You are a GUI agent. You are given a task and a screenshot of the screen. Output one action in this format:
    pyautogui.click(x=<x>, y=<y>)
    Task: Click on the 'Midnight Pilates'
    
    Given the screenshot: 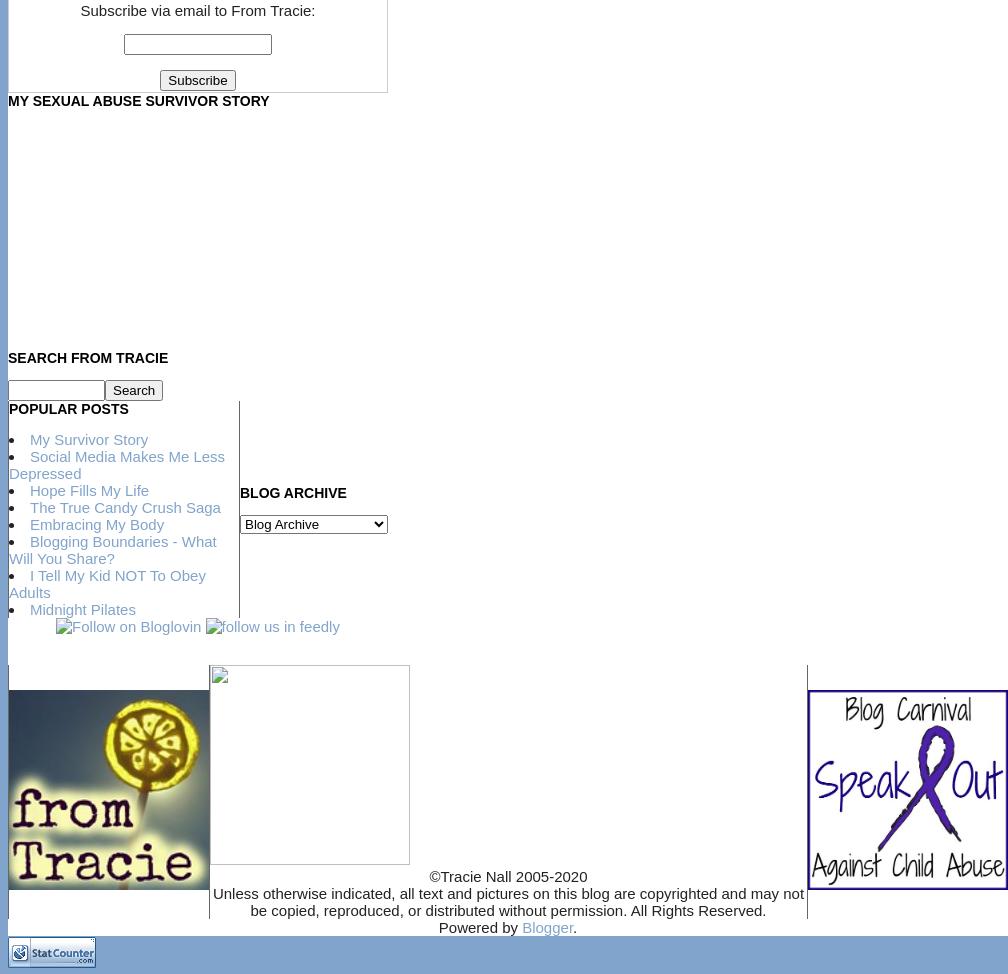 What is the action you would take?
    pyautogui.click(x=82, y=607)
    